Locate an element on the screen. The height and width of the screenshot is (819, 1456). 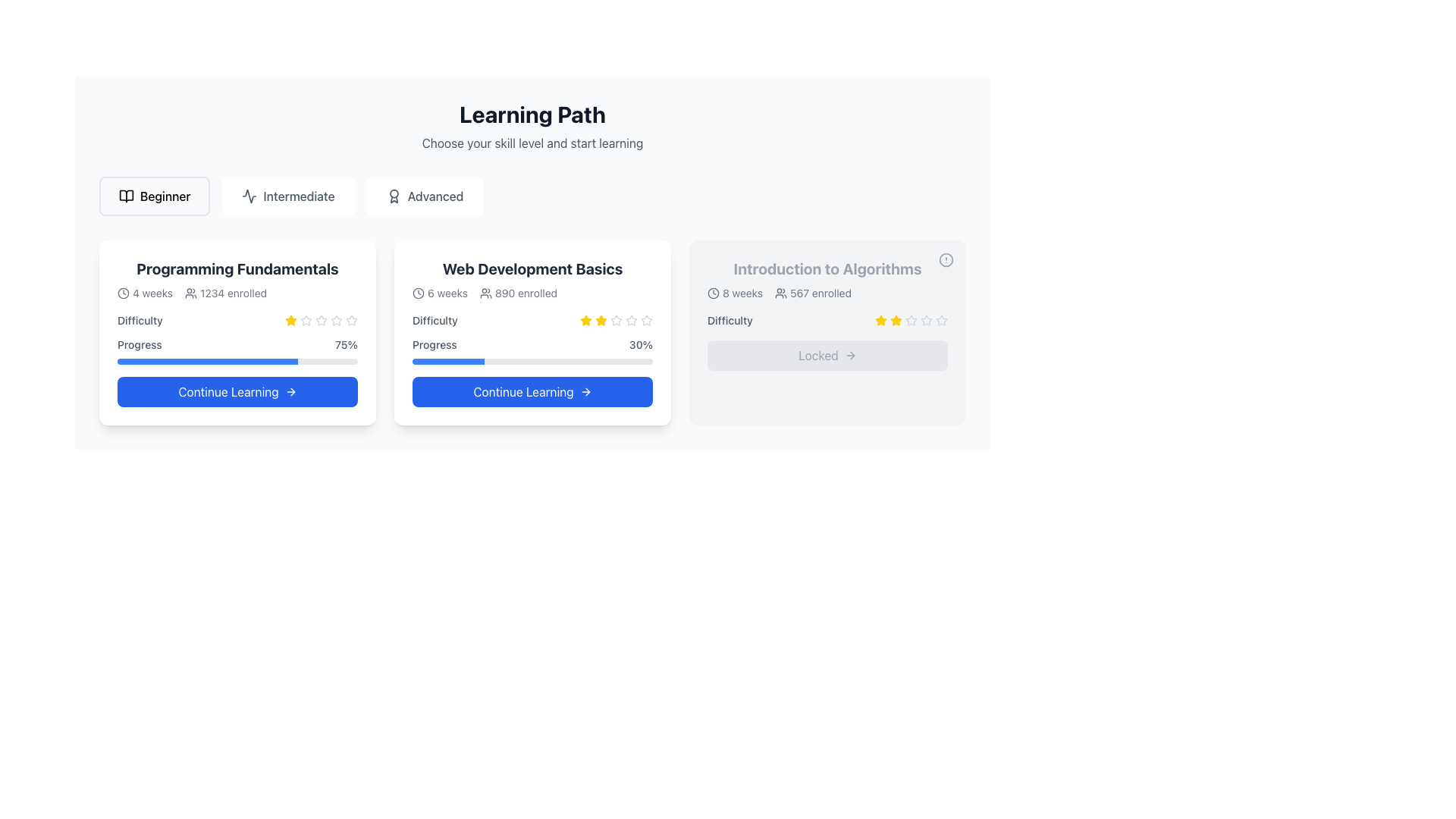
the circular element in the top-right corner of the 'Introduction to Algorithms' card, which is part of an alert icon indicating additional information or a warning is located at coordinates (946, 259).